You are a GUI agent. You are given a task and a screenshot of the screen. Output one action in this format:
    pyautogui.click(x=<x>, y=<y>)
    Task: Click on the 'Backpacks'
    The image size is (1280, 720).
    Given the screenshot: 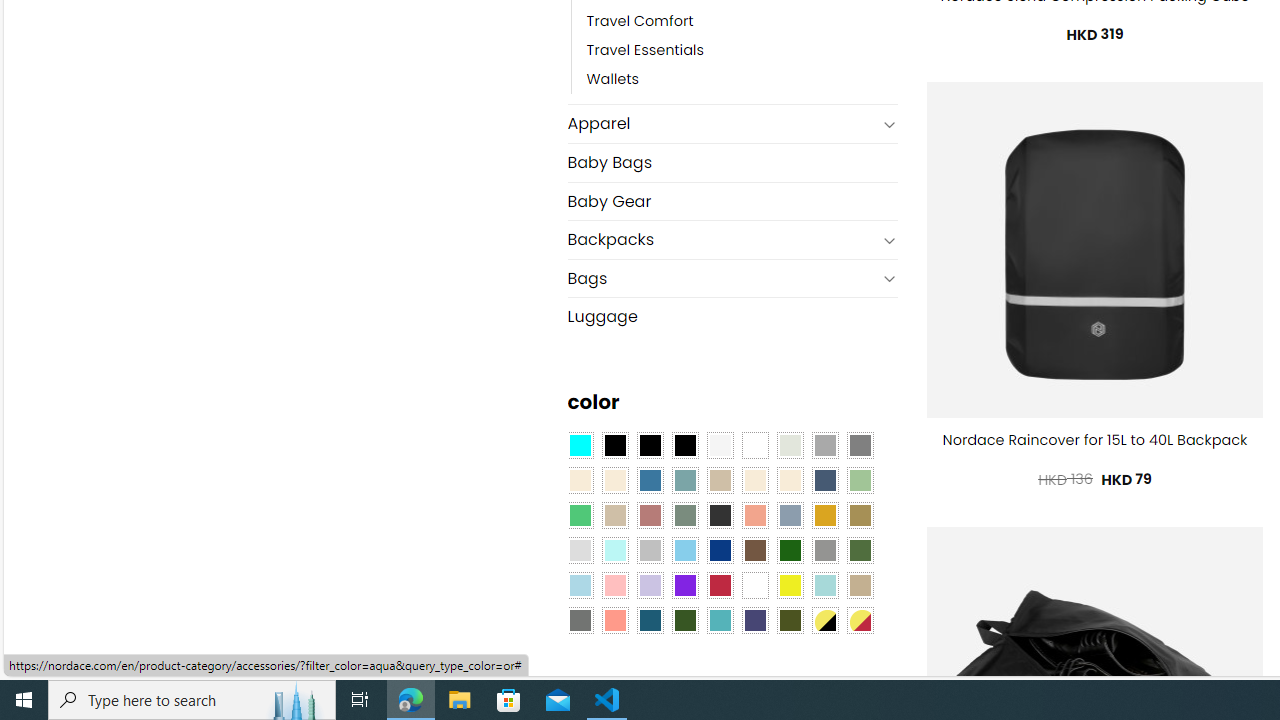 What is the action you would take?
    pyautogui.click(x=720, y=239)
    